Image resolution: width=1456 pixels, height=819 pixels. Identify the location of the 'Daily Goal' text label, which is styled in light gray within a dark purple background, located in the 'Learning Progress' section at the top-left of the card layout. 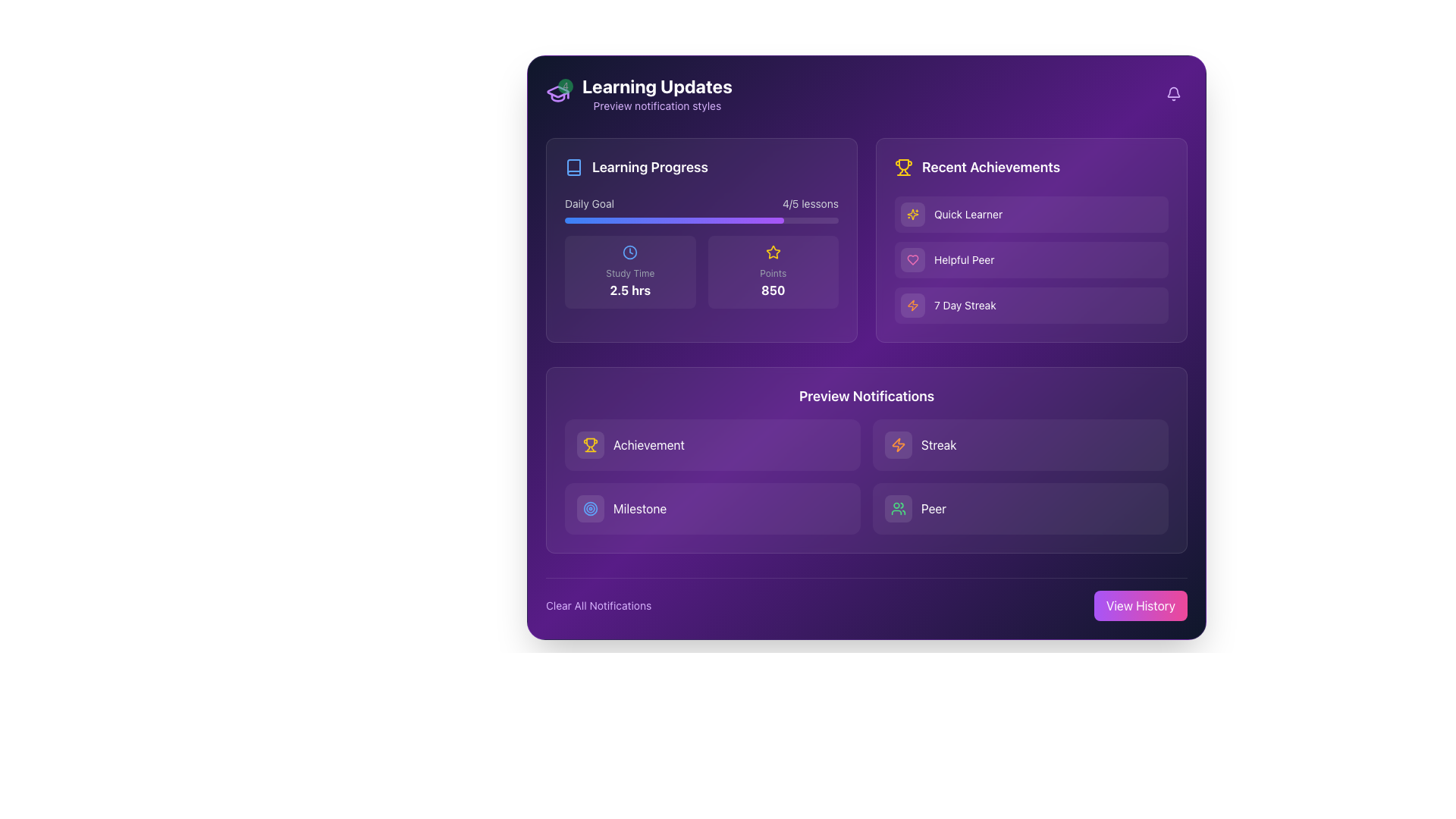
(588, 203).